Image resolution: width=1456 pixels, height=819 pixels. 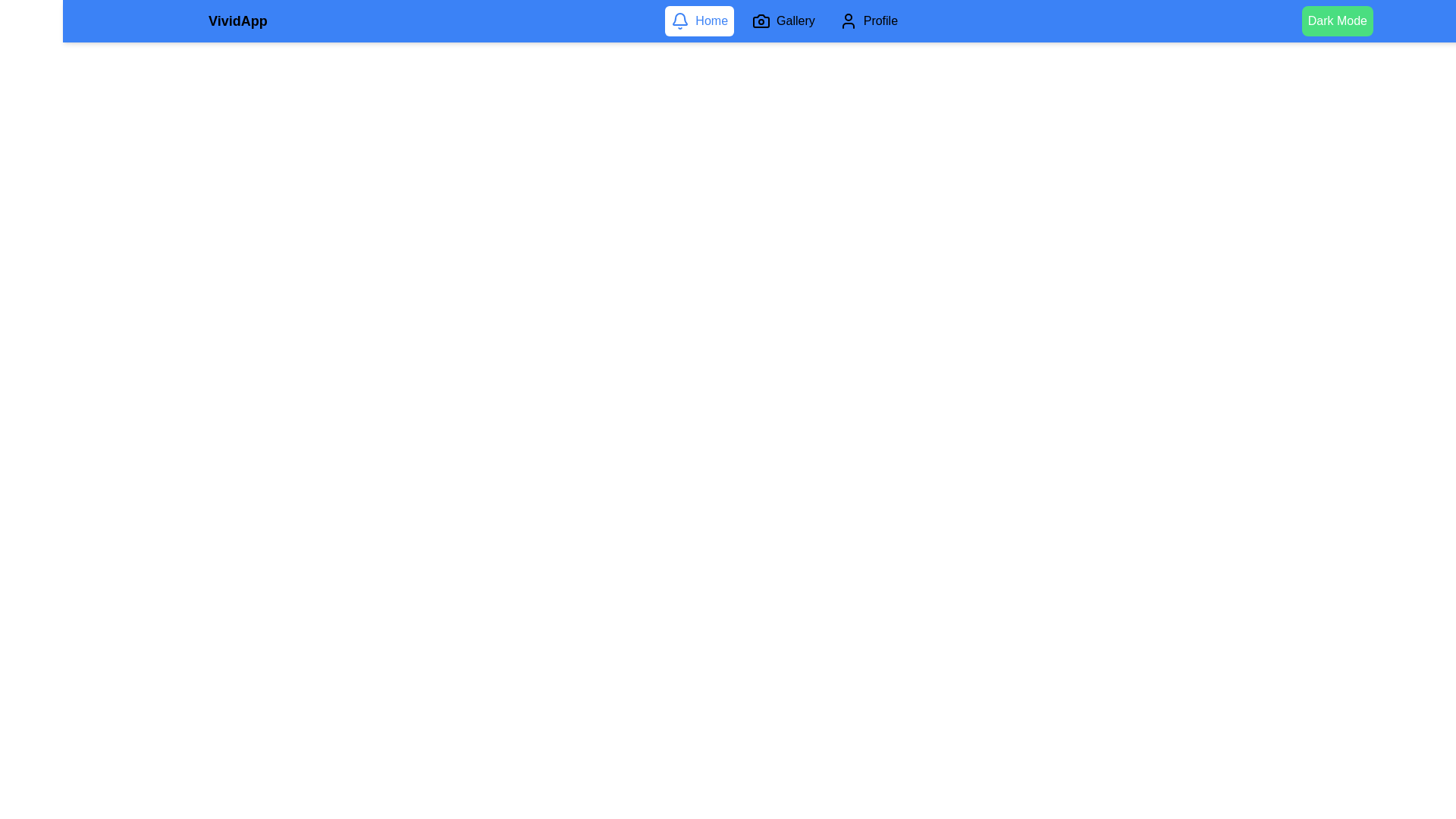 I want to click on the 'Dark Mode' button to toggle between light and dark modes, so click(x=1337, y=20).